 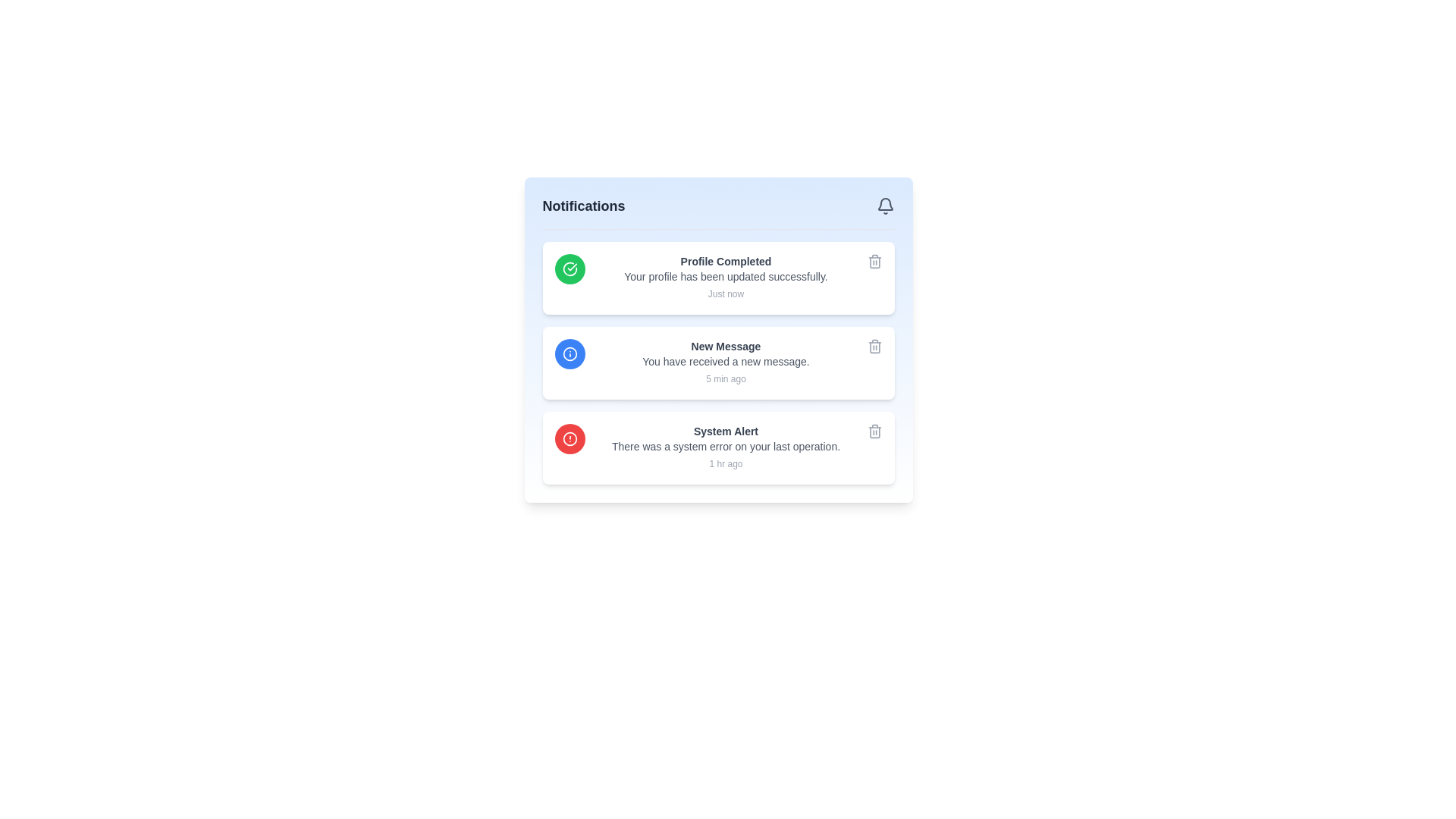 I want to click on displayed timestamp text from the 'System Alert' notification, which is located at the bottom right of the third notification entry, so click(x=725, y=463).